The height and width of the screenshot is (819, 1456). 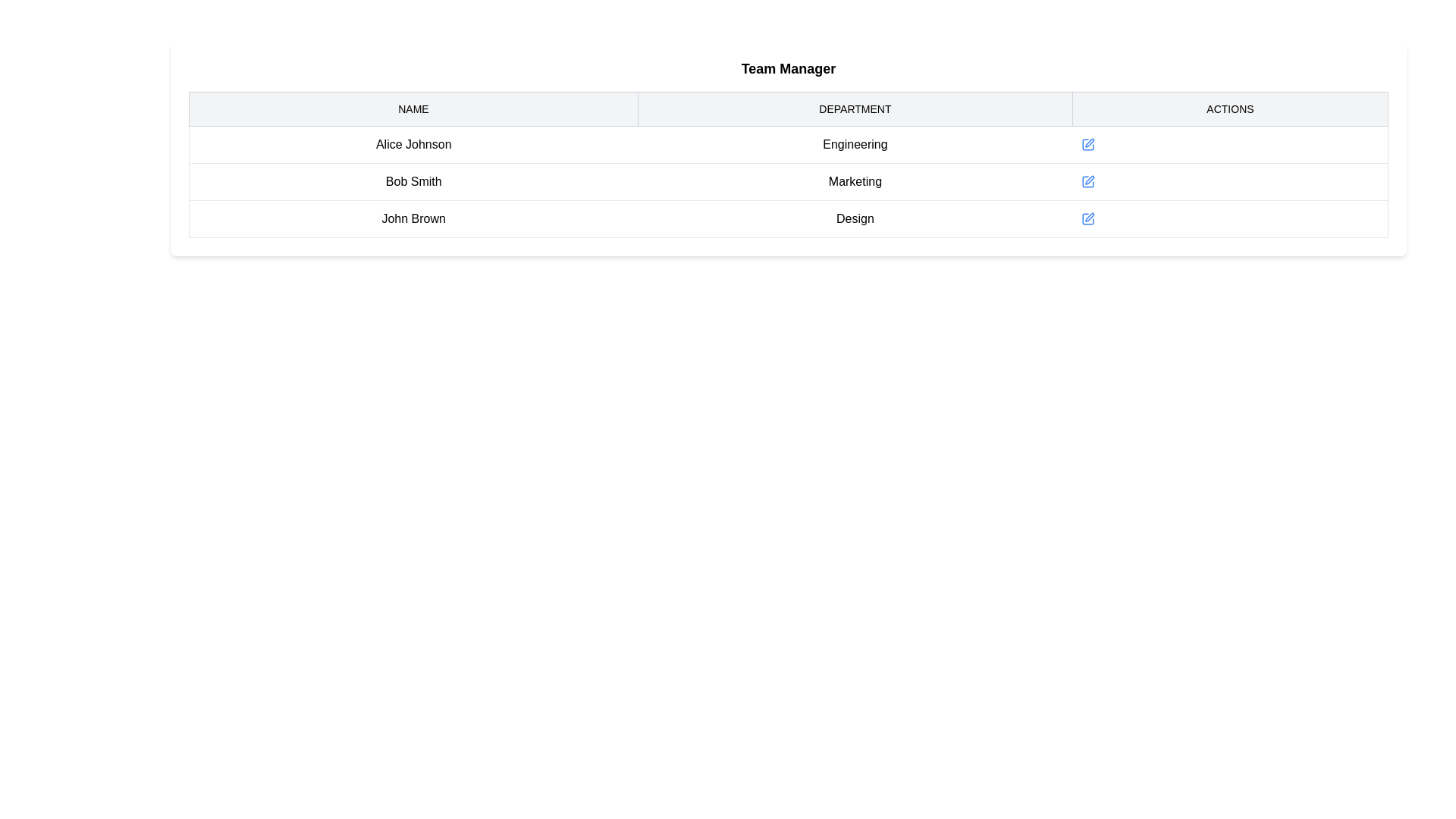 I want to click on the heading text 'Team Manager' which is styled in bold and slightly larger font, located at the top of the card layout containing team-related information, so click(x=789, y=69).